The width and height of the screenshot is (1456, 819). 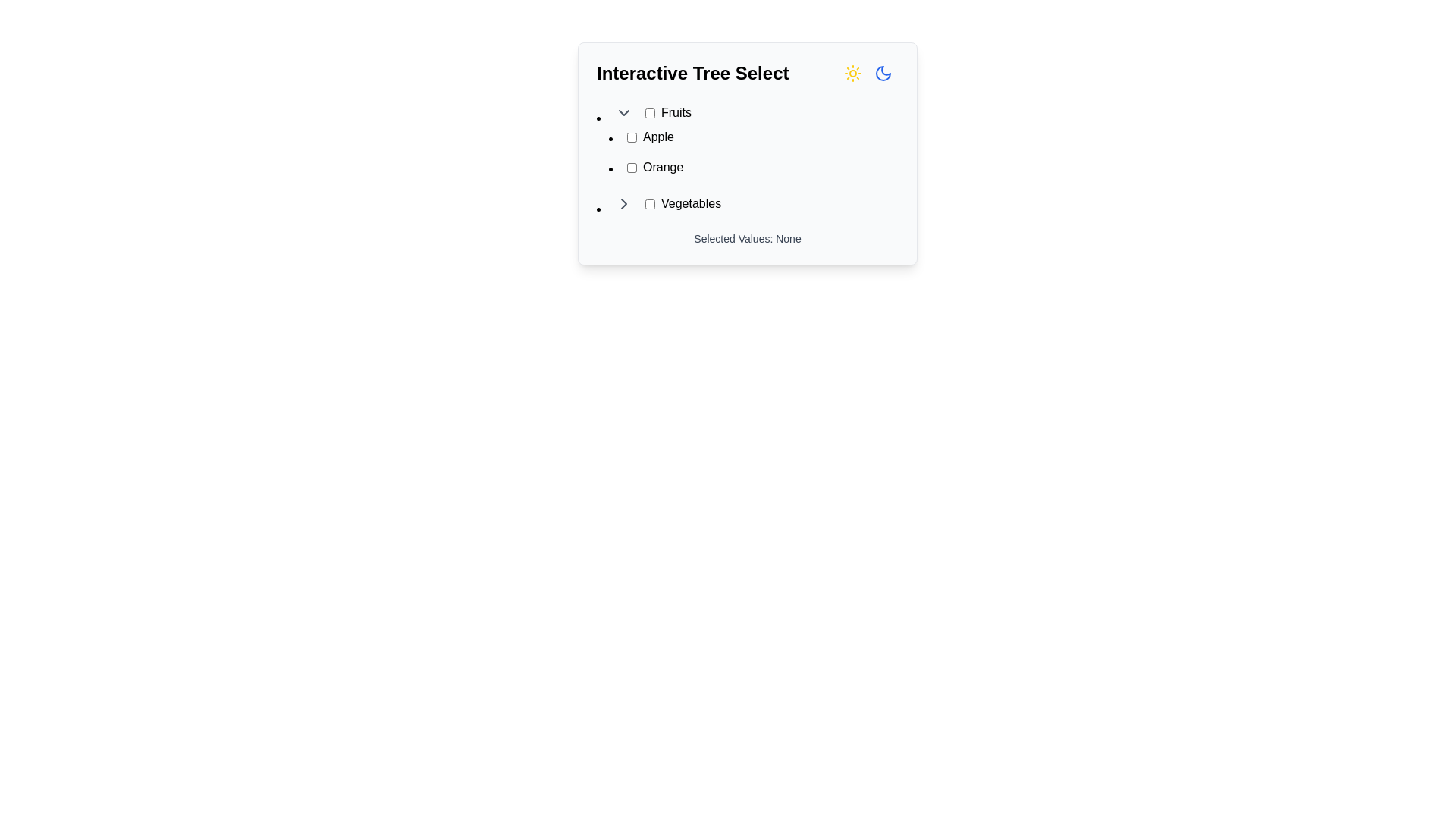 I want to click on the crescent moon icon, which is a blue minimalistic graphic located in the top-right corner of the interactive tree select component, adjacent to a square reload icon, so click(x=883, y=73).